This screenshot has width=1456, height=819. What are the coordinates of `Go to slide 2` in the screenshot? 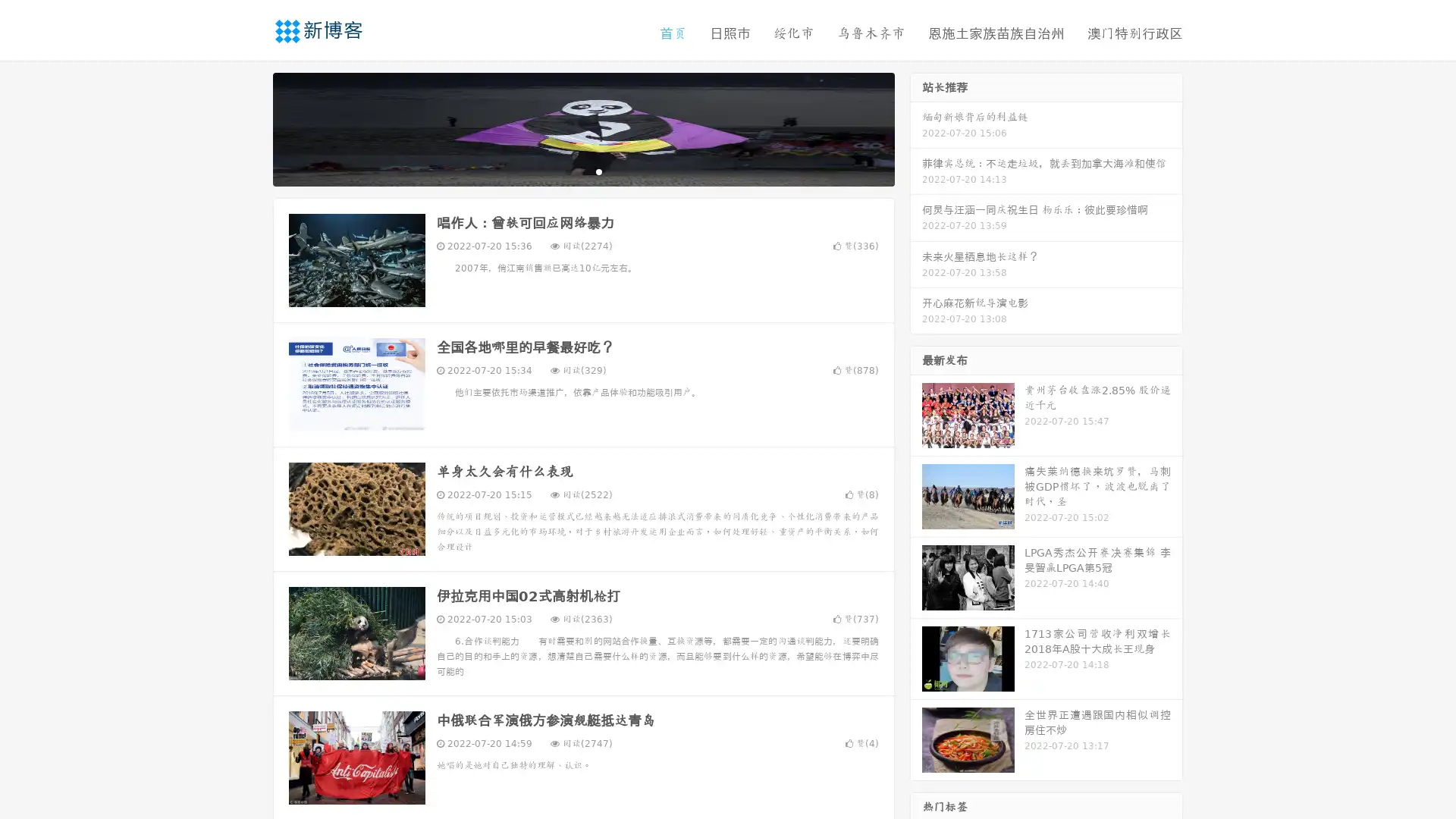 It's located at (582, 171).